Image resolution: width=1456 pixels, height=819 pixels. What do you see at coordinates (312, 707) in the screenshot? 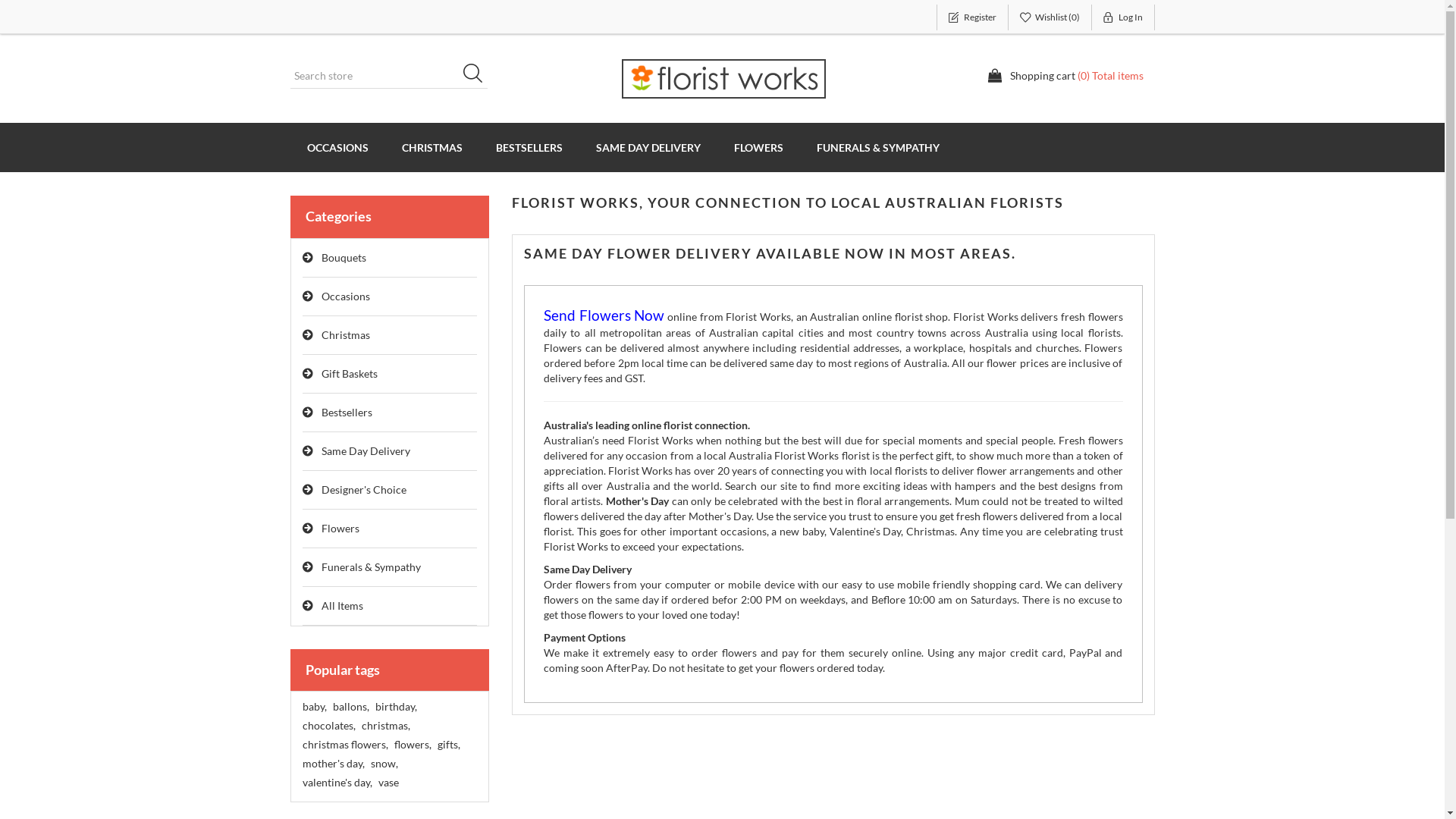
I see `'baby,'` at bounding box center [312, 707].